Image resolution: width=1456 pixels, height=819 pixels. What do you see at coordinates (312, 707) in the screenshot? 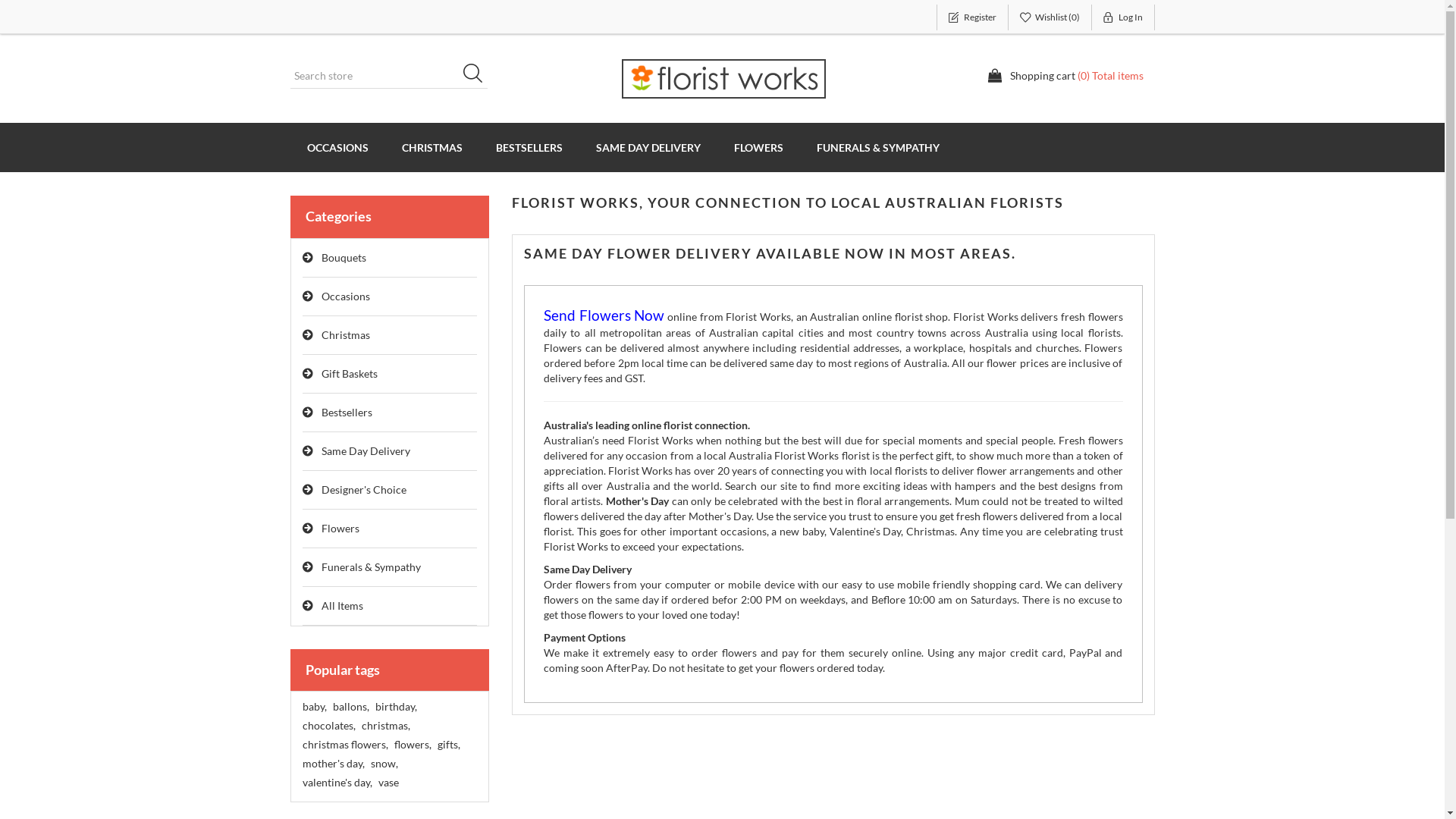
I see `'baby,'` at bounding box center [312, 707].